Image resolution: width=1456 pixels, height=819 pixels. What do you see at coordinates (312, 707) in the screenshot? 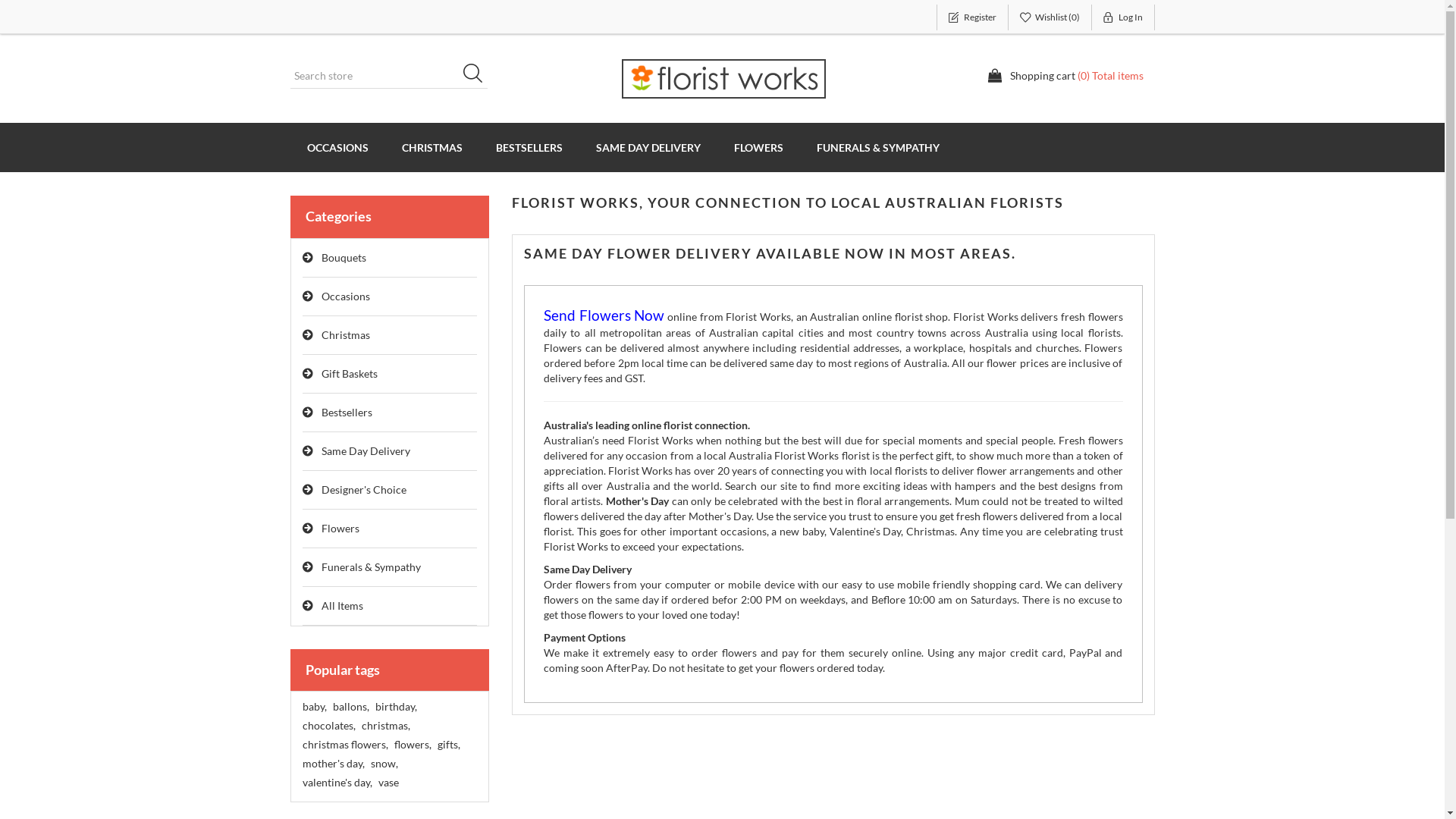
I see `'baby,'` at bounding box center [312, 707].